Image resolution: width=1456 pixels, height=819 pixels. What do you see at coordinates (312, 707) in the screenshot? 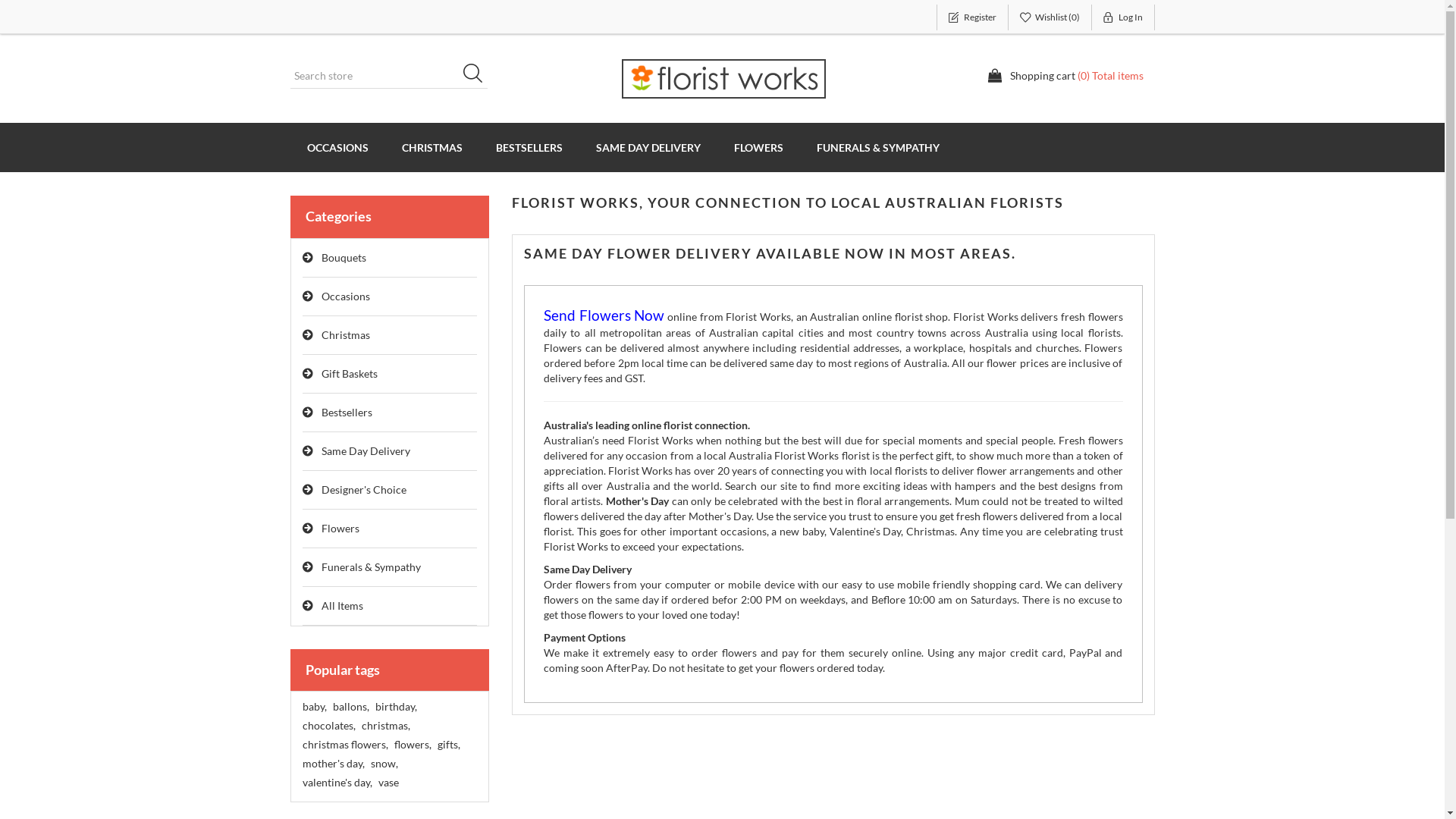
I see `'baby,'` at bounding box center [312, 707].